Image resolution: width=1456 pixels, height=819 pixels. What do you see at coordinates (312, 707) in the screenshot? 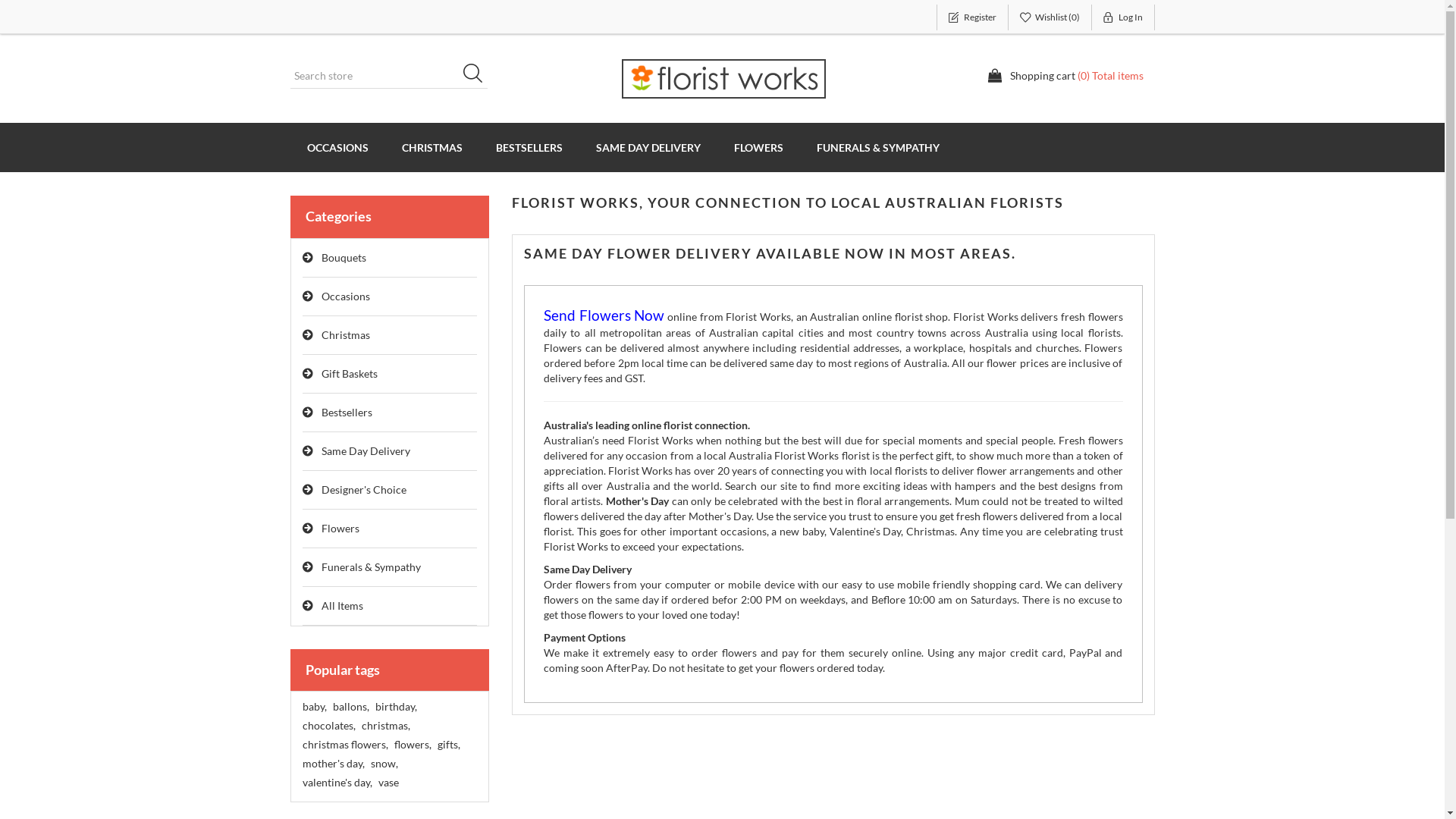
I see `'baby,'` at bounding box center [312, 707].